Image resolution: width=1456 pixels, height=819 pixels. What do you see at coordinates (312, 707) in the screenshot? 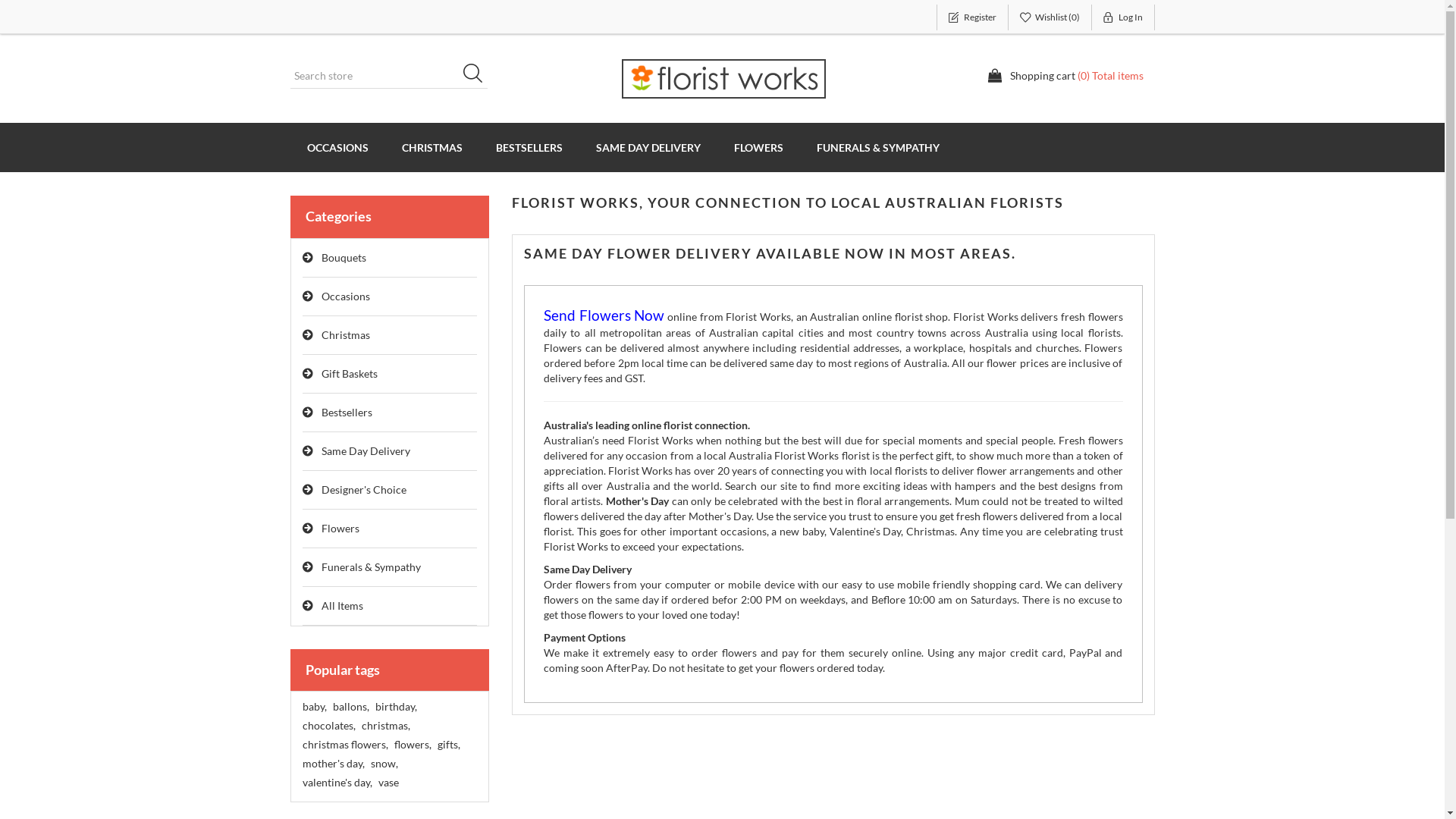
I see `'baby,'` at bounding box center [312, 707].